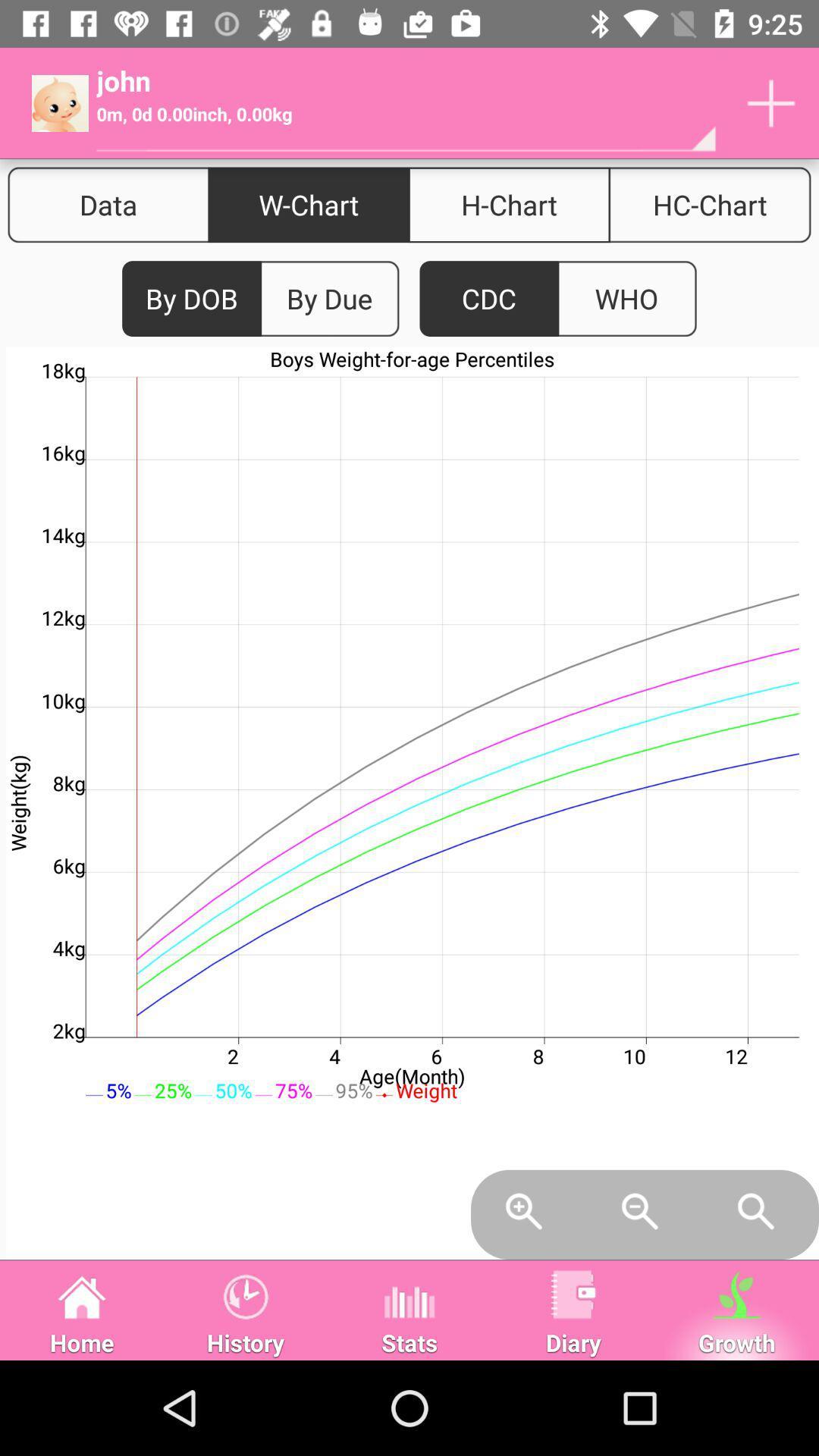 The image size is (819, 1456). Describe the element at coordinates (771, 102) in the screenshot. I see `icon to the right of 0m 0d 0 icon` at that location.